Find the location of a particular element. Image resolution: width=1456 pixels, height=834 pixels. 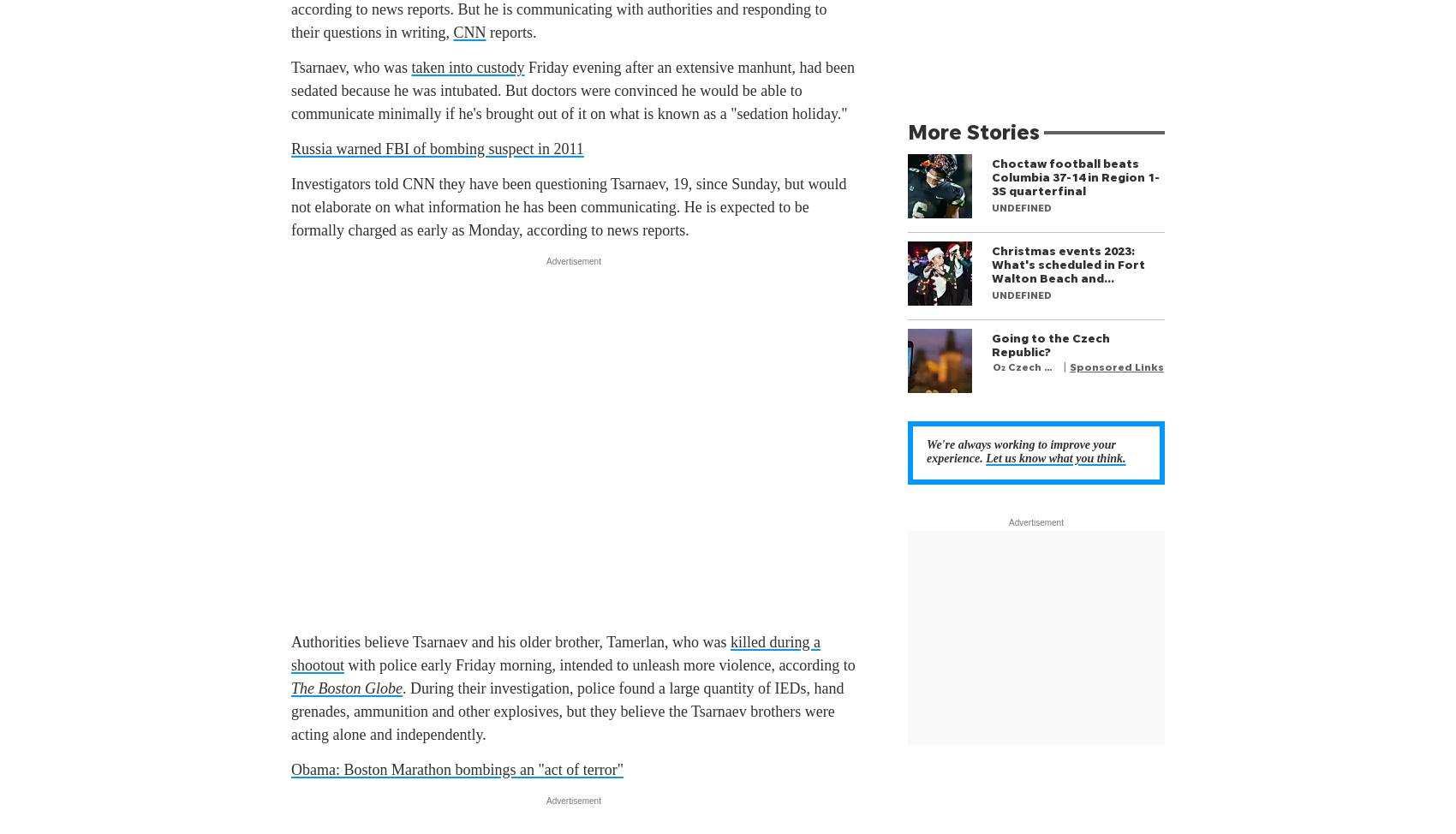

'Investigators told CNN they have been questioning Tsarnaev, 19, since Sunday, but would not elaborate on what information he has been communicating. He is expected to be formally charged as early as Monday, according to news reports.' is located at coordinates (569, 207).